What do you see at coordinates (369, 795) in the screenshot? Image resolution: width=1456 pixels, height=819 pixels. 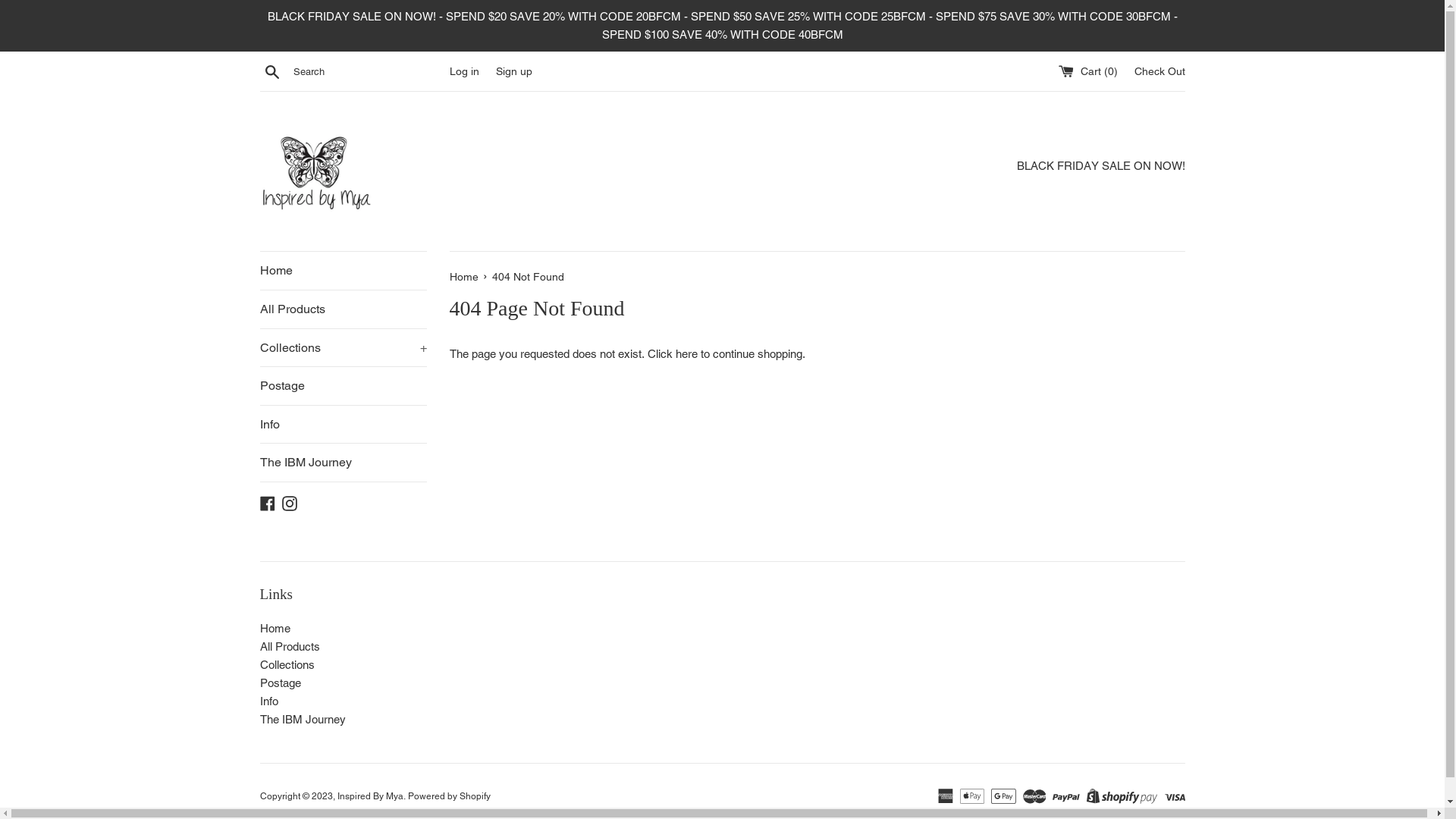 I see `'Inspired By Mya'` at bounding box center [369, 795].